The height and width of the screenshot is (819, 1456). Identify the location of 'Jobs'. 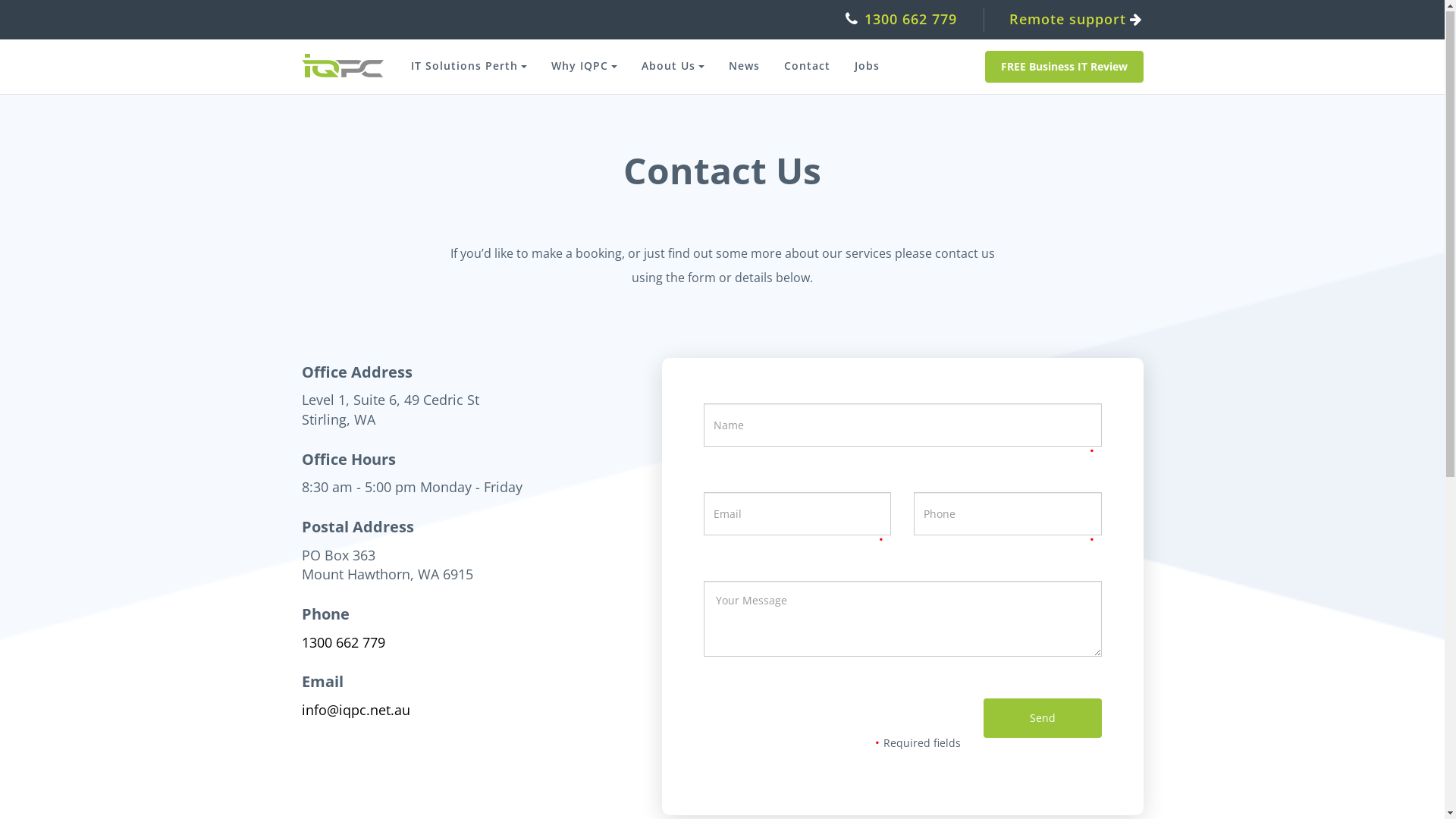
(866, 66).